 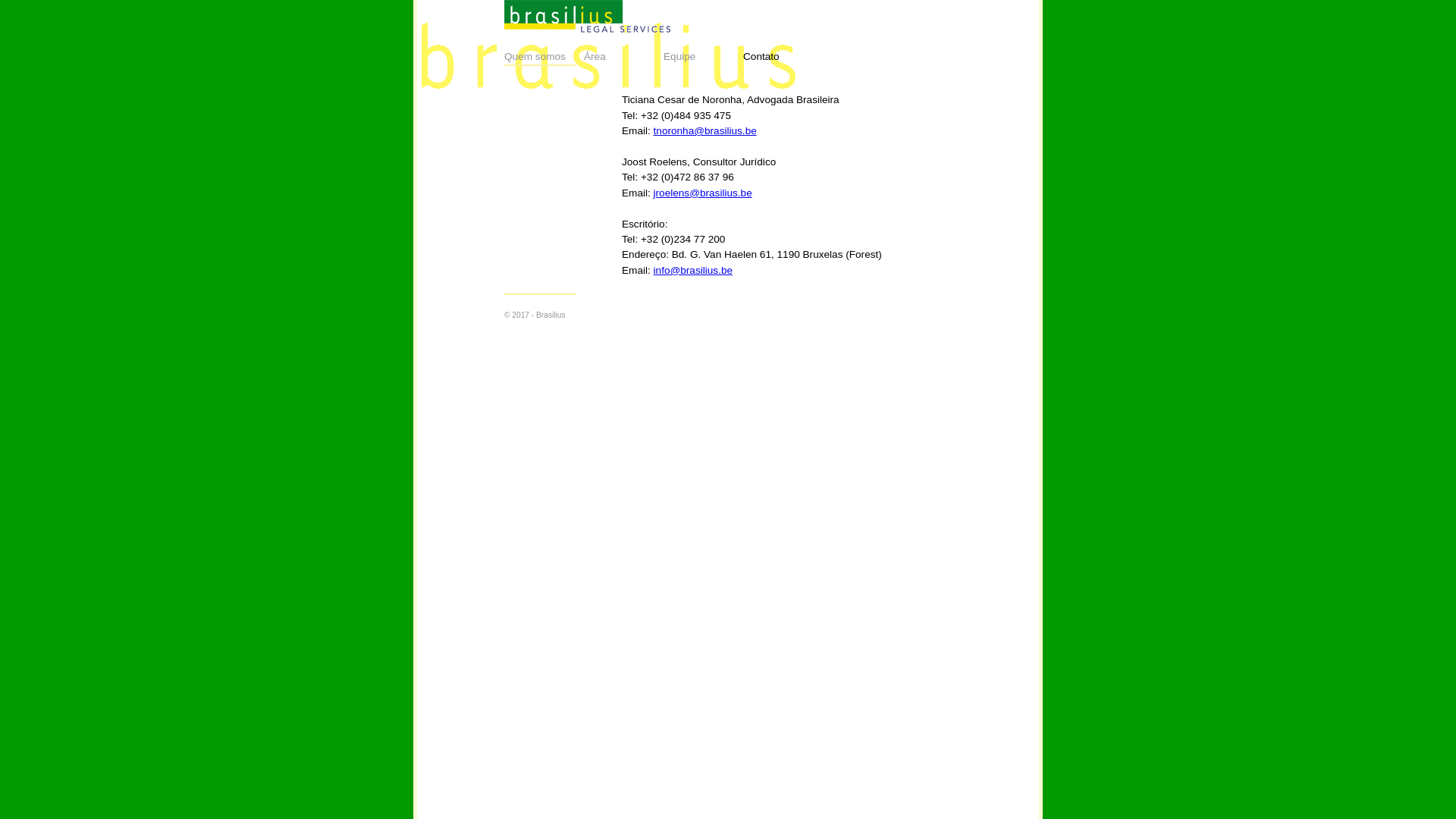 I want to click on 'Equipe', so click(x=702, y=55).